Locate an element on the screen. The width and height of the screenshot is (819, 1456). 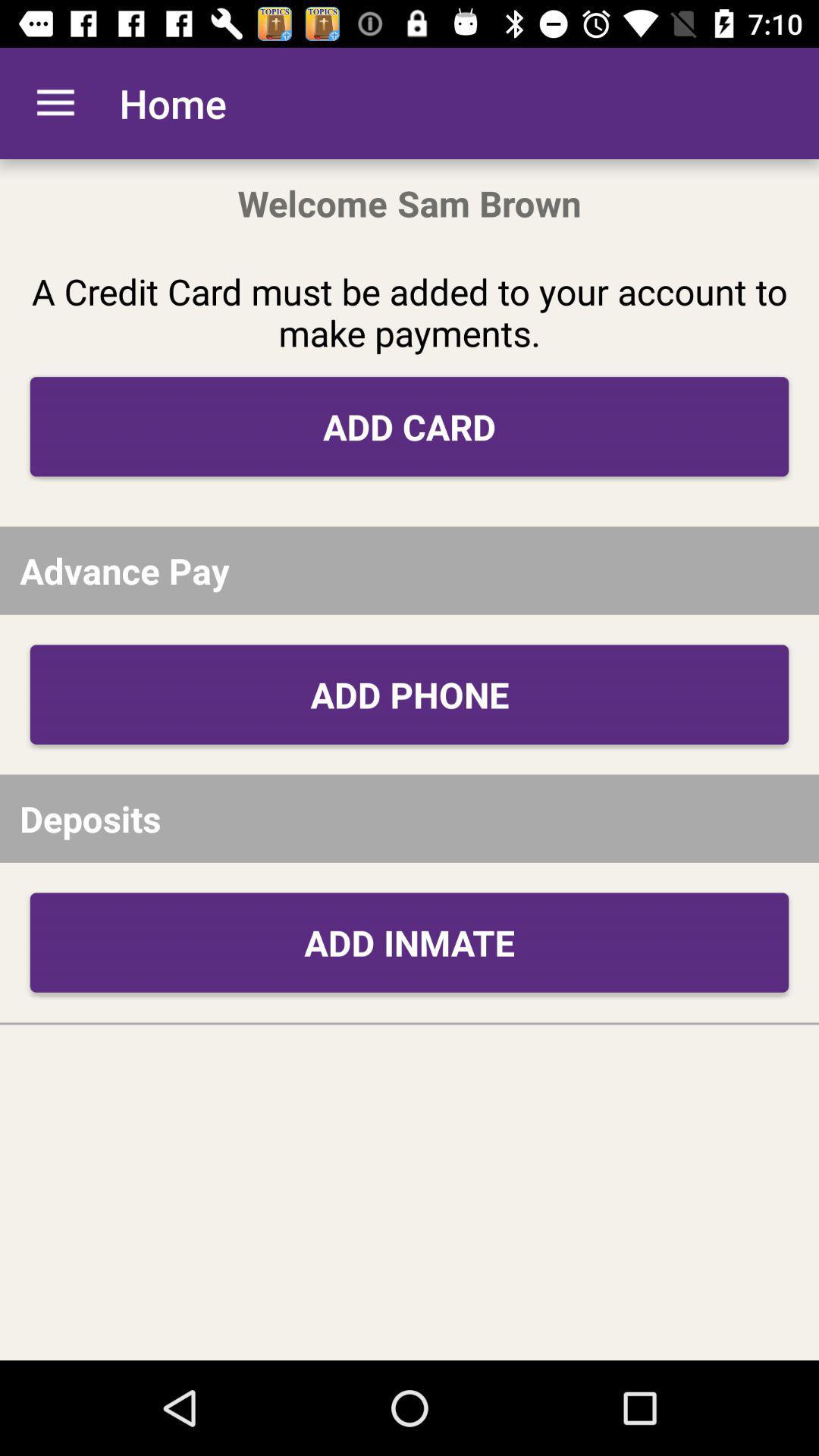
item above deposits icon is located at coordinates (409, 694).